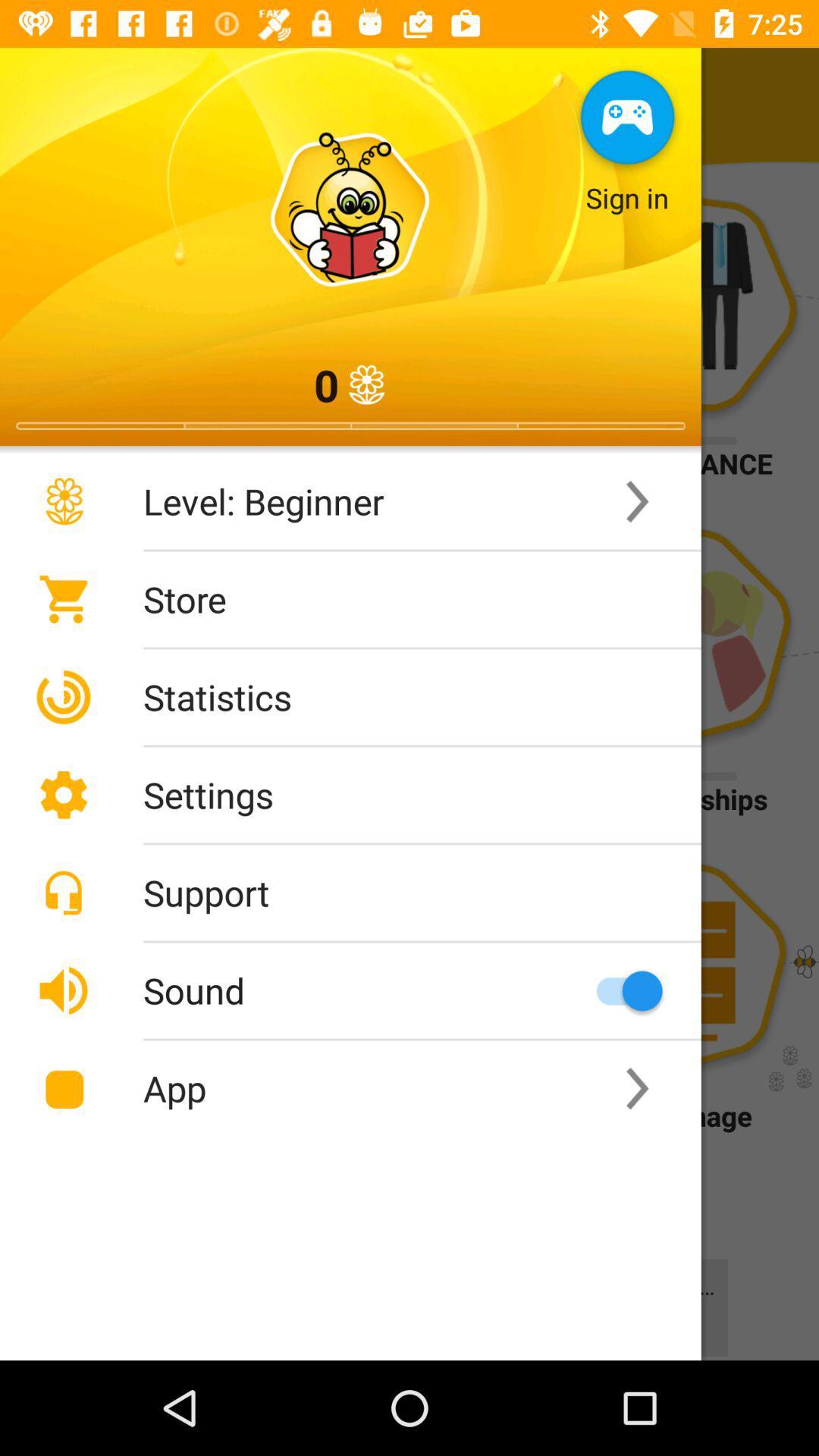 The image size is (819, 1456). Describe the element at coordinates (63, 1087) in the screenshot. I see `the symbol which is to the immediate left of app` at that location.